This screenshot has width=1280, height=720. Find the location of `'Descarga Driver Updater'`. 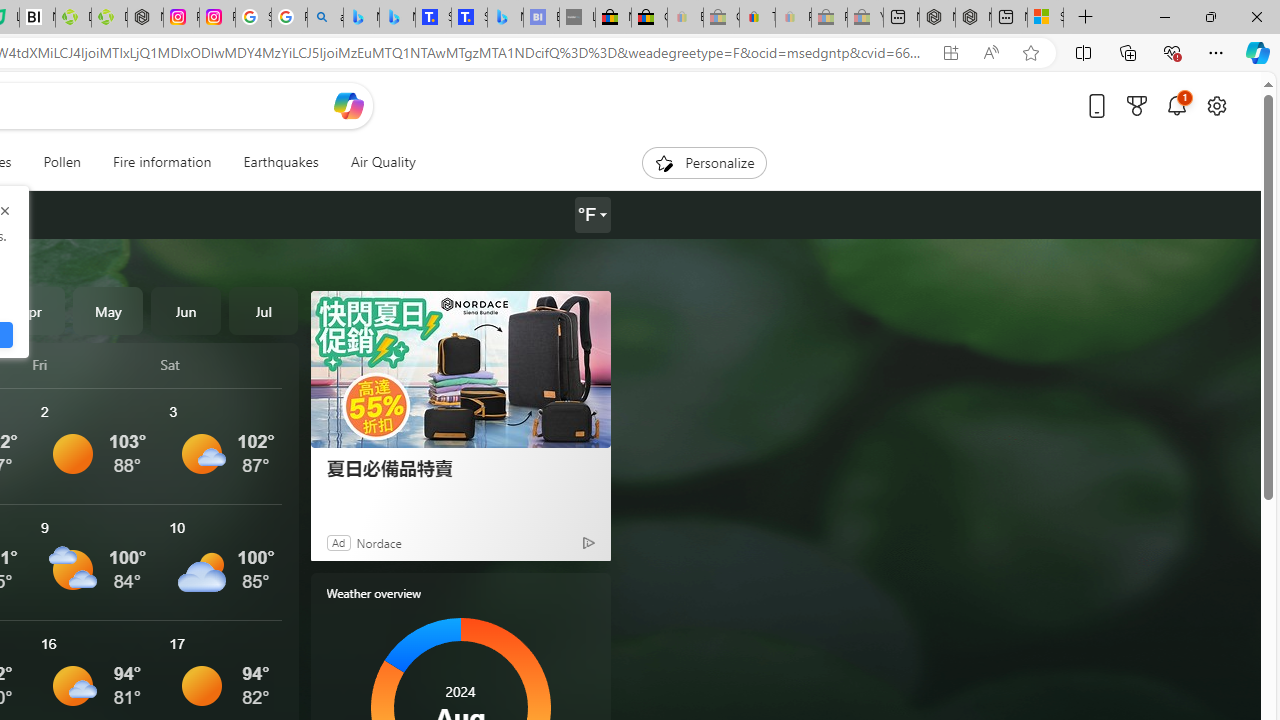

'Descarga Driver Updater' is located at coordinates (108, 17).